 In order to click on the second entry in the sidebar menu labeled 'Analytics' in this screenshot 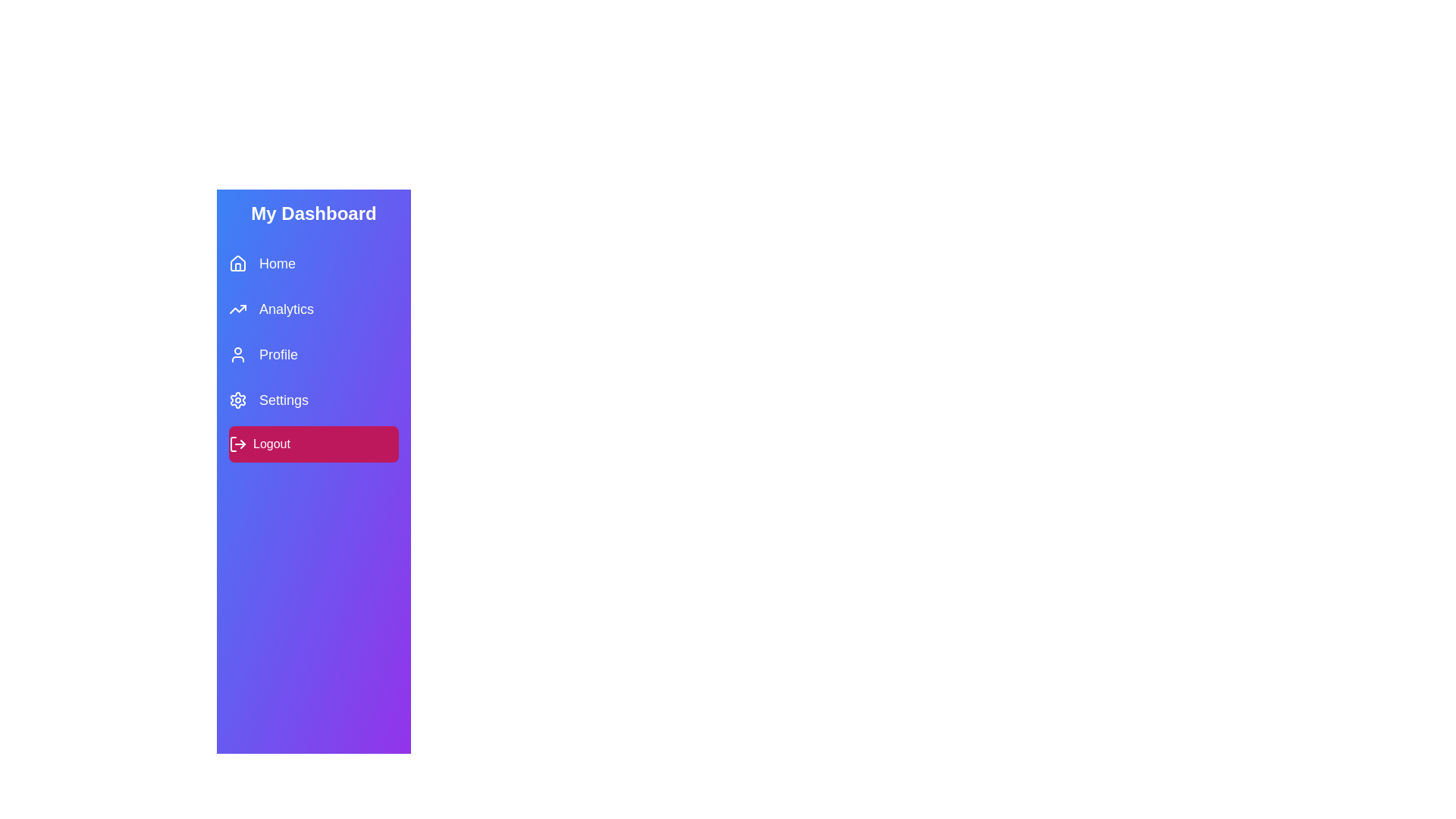, I will do `click(312, 331)`.